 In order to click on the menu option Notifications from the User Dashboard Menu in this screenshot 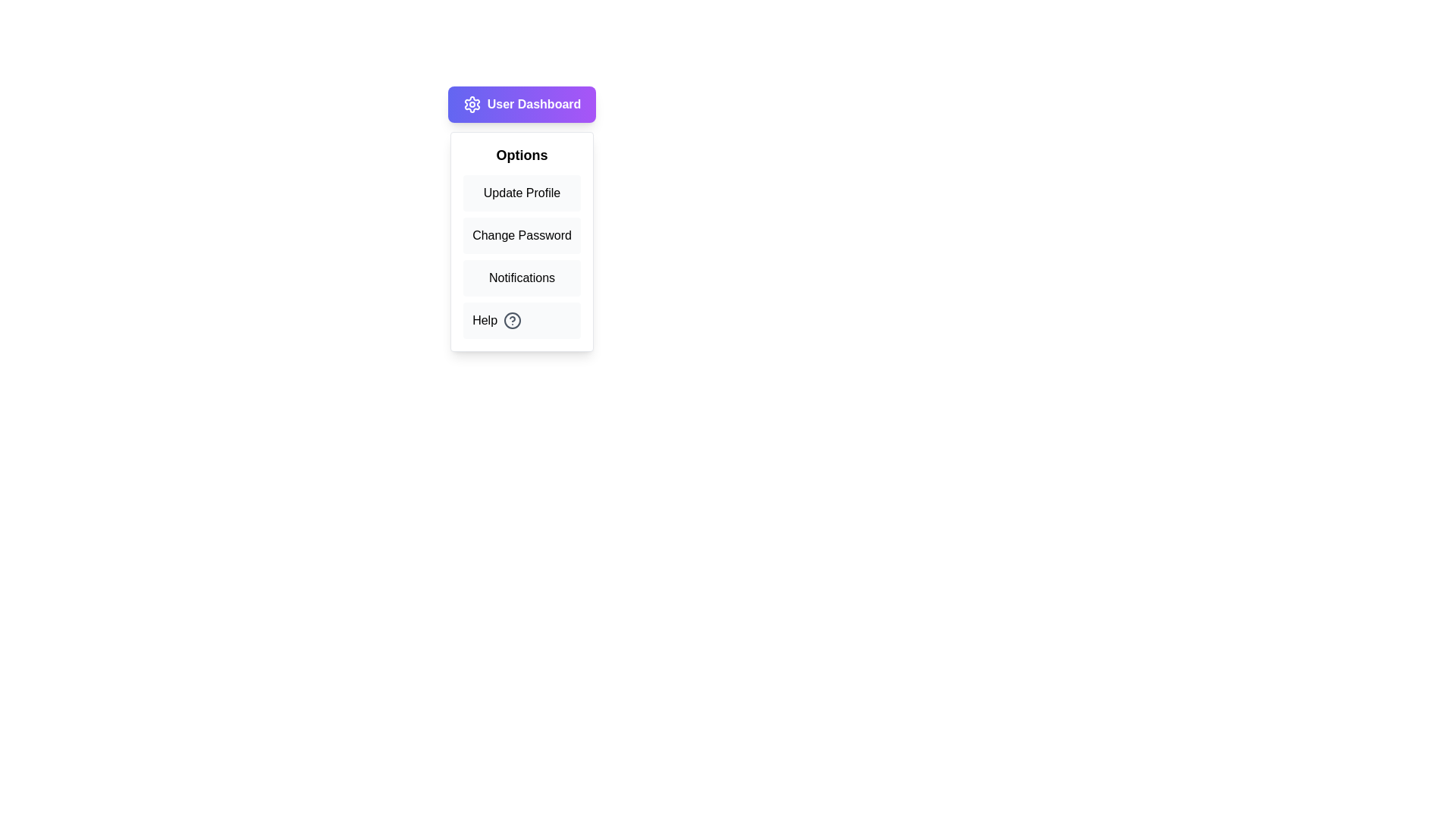, I will do `click(522, 278)`.